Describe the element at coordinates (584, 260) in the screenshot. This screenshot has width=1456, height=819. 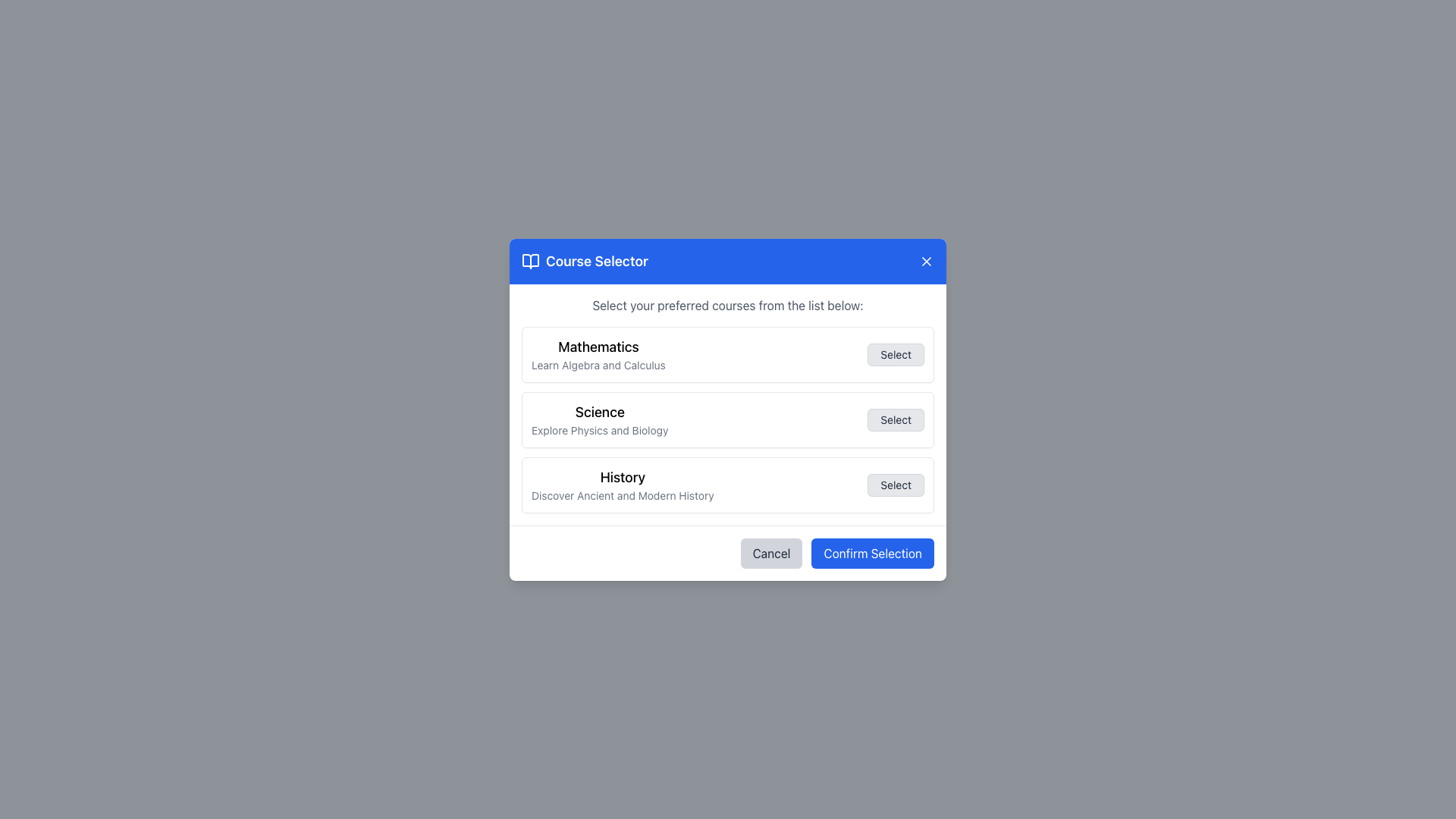
I see `the 'Course Selector' text with icon, which is located at the upper-left section of the modal header with a blue background` at that location.